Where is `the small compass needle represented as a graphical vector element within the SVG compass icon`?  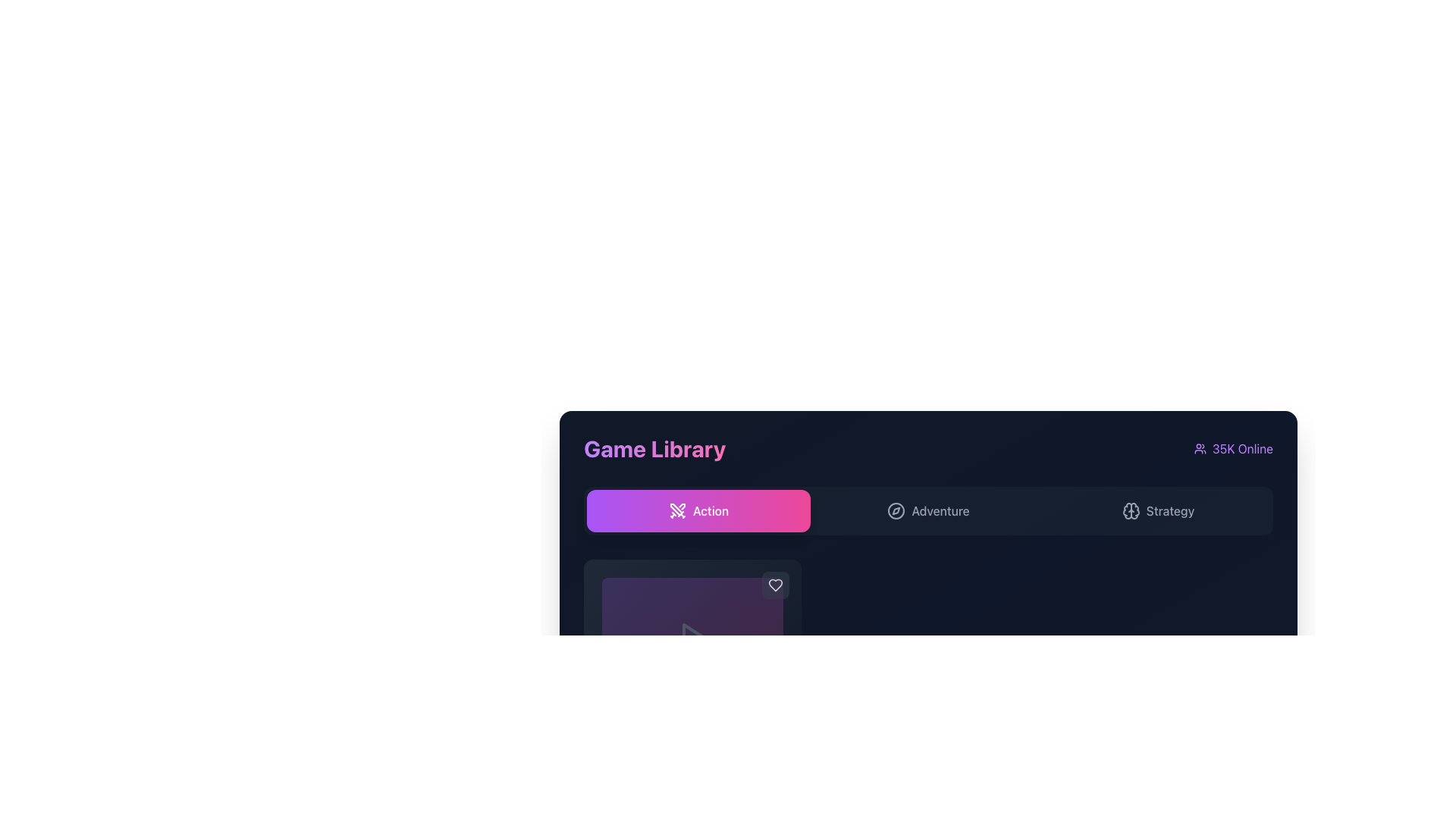 the small compass needle represented as a graphical vector element within the SVG compass icon is located at coordinates (896, 511).